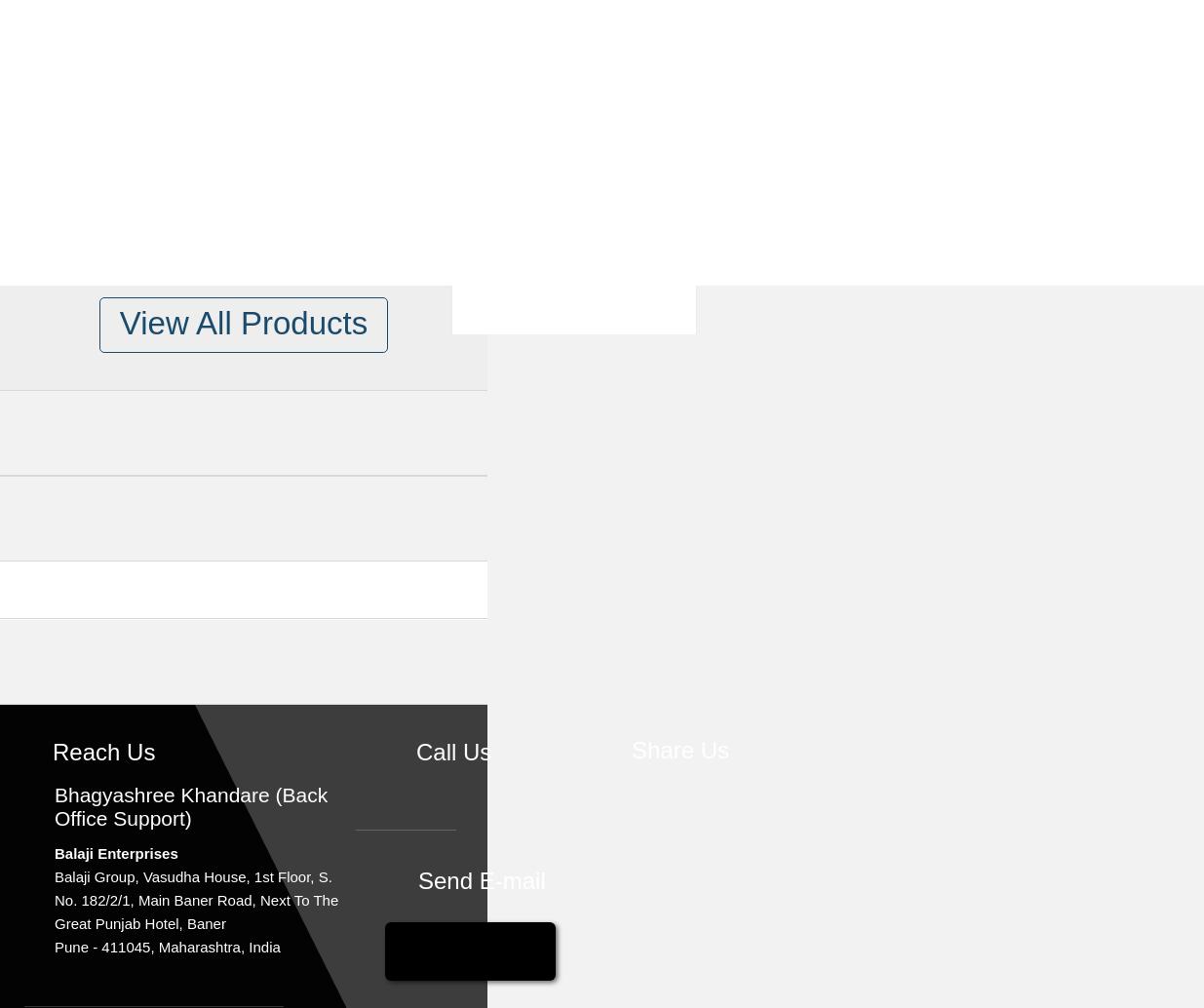 Image resolution: width=1204 pixels, height=1008 pixels. What do you see at coordinates (102, 752) in the screenshot?
I see `'Reach Us'` at bounding box center [102, 752].